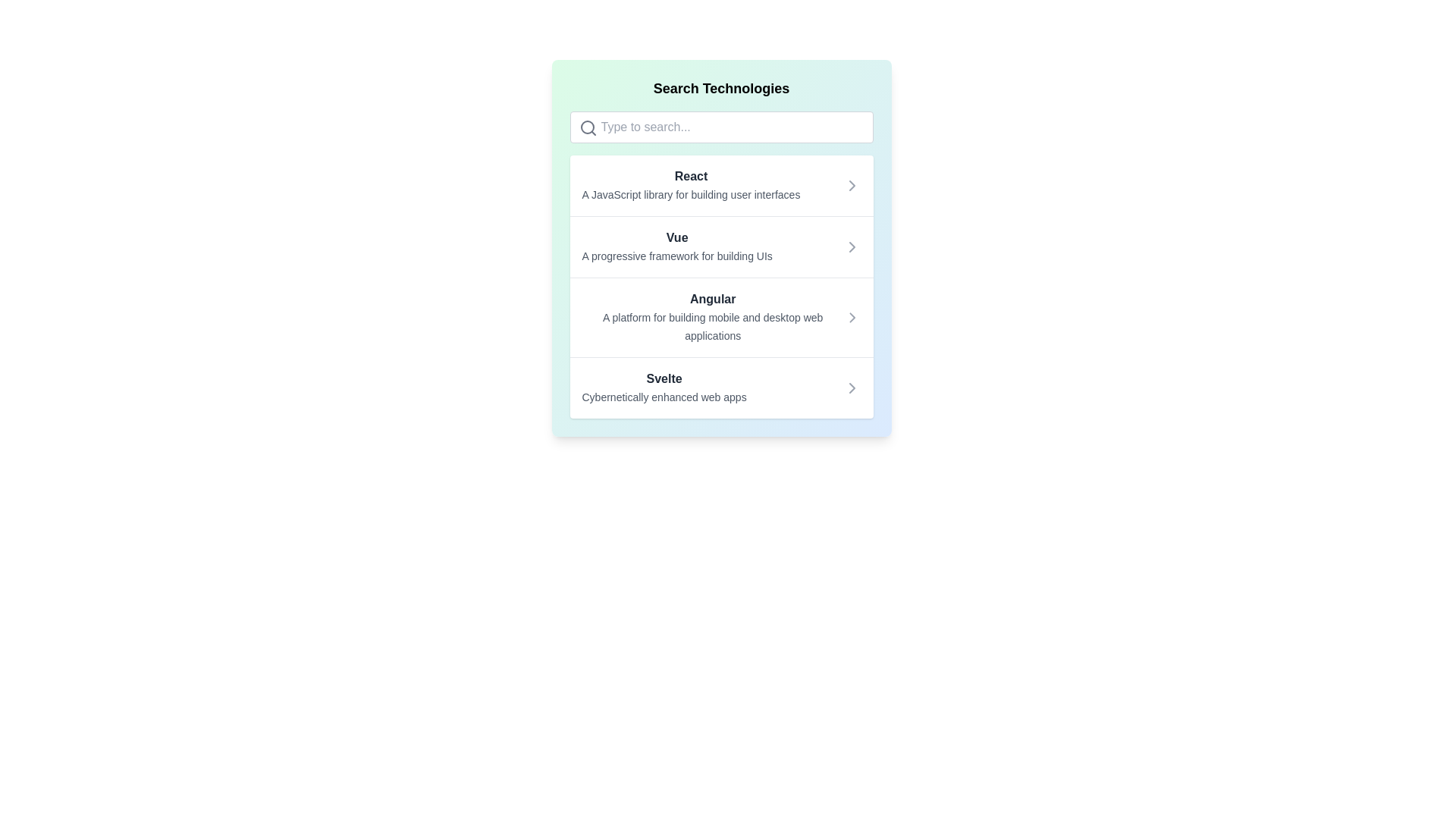  Describe the element at coordinates (720, 185) in the screenshot. I see `the first list item in the navigational menu under the 'Search Technologies' section` at that location.